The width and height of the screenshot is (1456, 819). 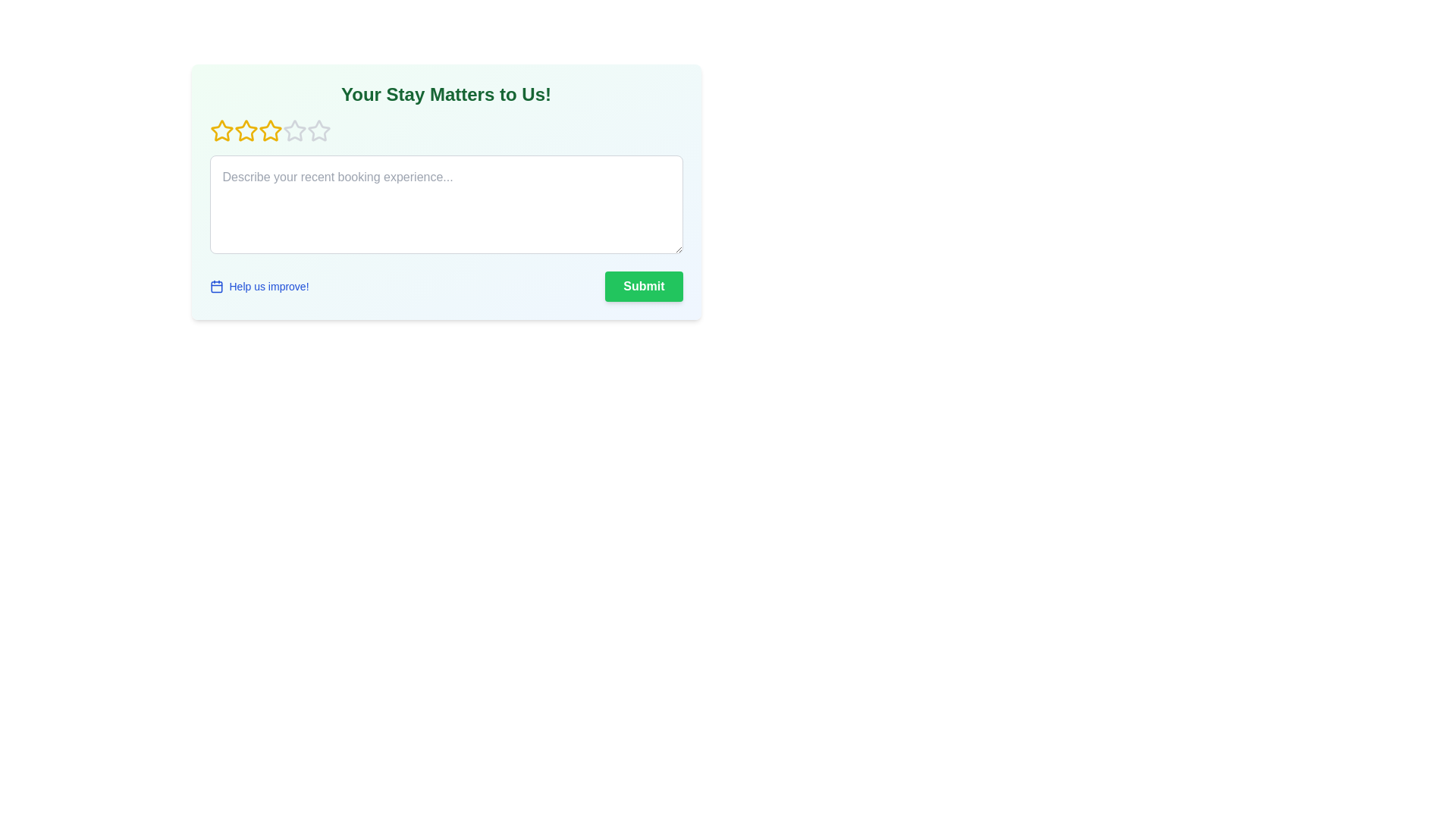 I want to click on the rating to 1 stars by clicking the corresponding star icon, so click(x=221, y=130).